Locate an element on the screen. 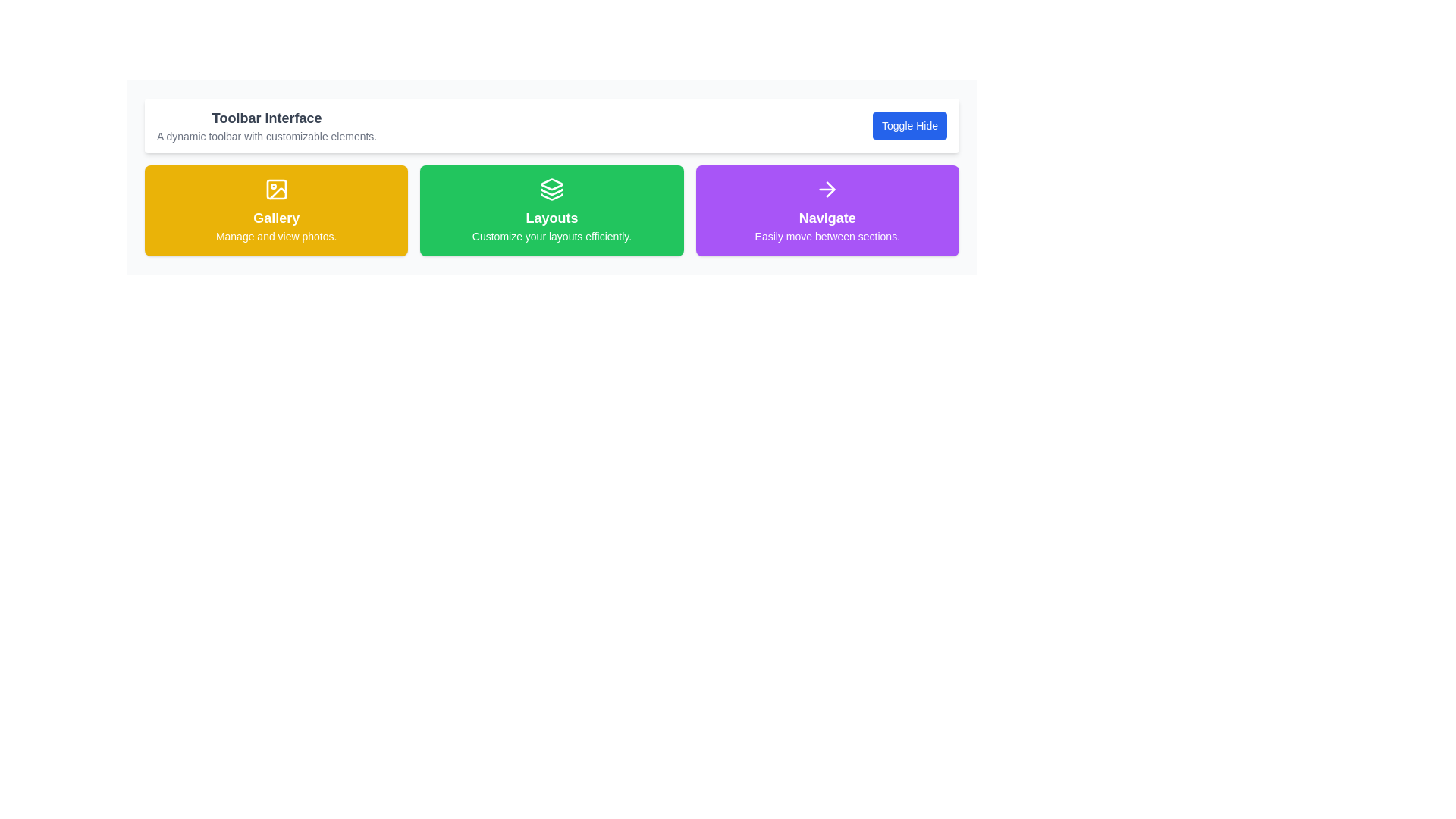 The image size is (1456, 819). the 'Gallery' text label, which is located at the top center of the first yellow rectangular card in a set of three cards, to manage and view photos is located at coordinates (276, 218).